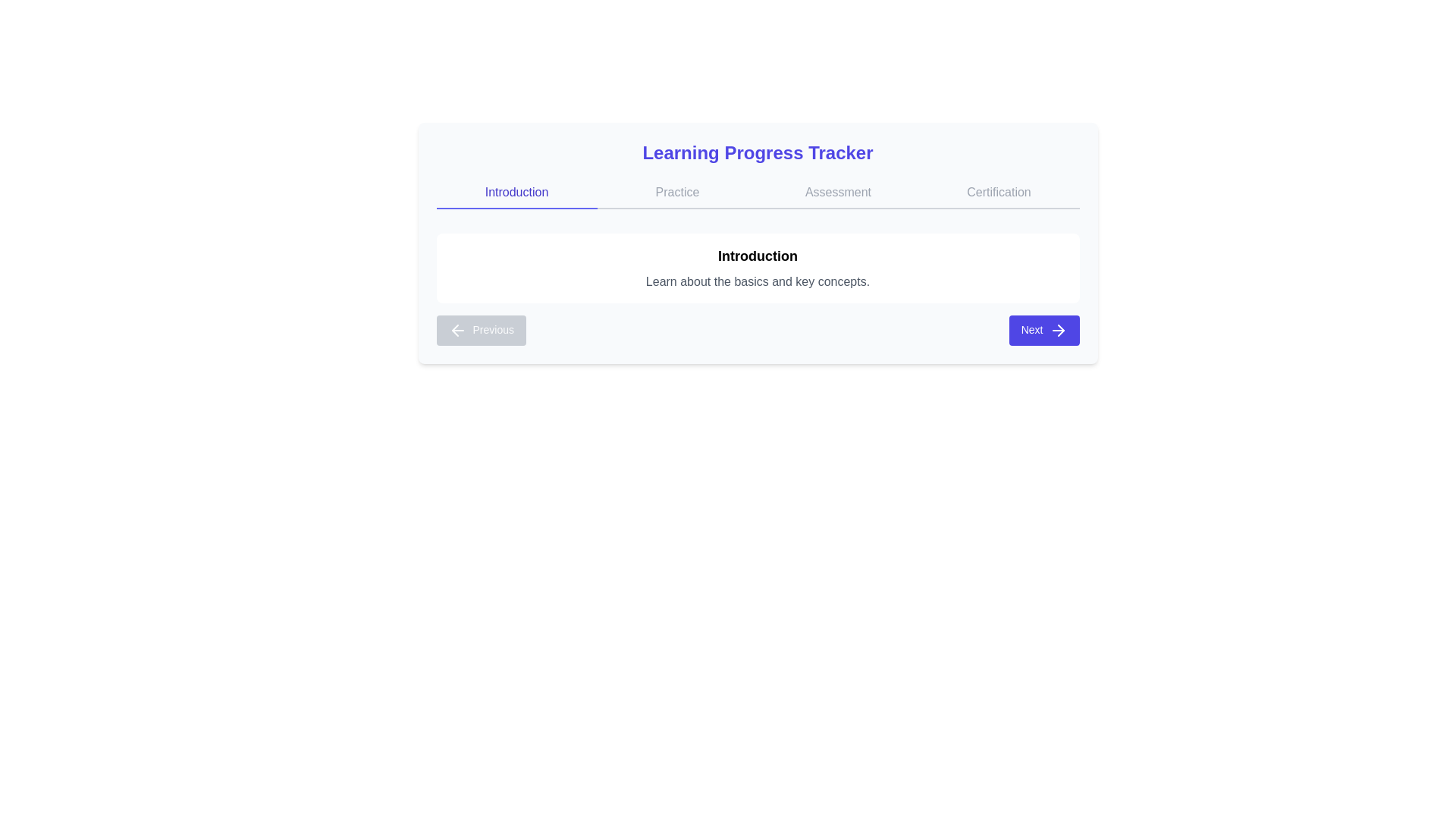 This screenshot has width=1456, height=819. What do you see at coordinates (480, 329) in the screenshot?
I see `the navigation button Previous to move to the respective step` at bounding box center [480, 329].